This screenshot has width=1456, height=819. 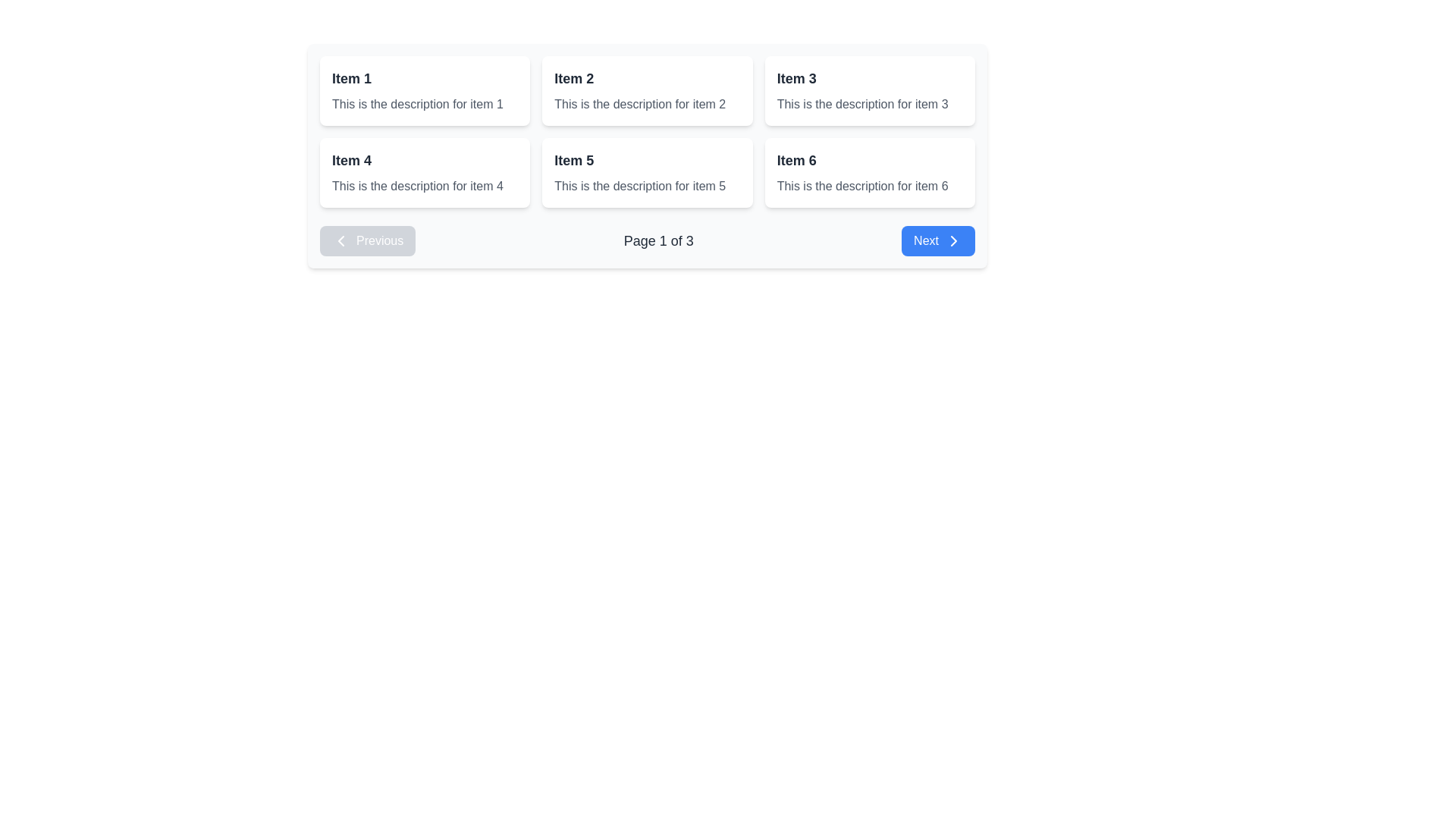 I want to click on the descriptive label text located directly below the title text 'Item 2' in the second card of a 3x2 grid layout, so click(x=640, y=104).